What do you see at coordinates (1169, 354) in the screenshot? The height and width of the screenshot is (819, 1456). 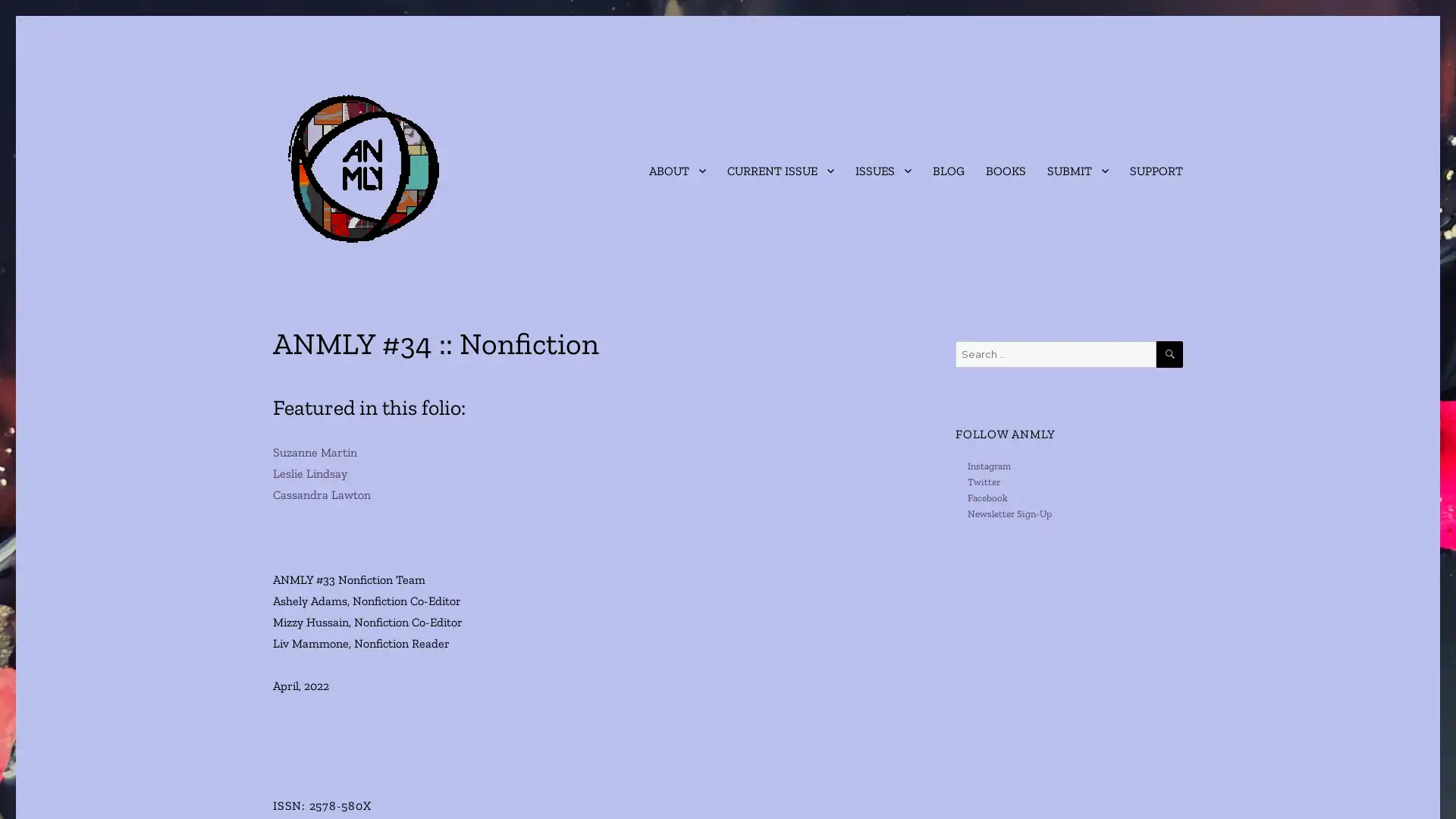 I see `SEARCH` at bounding box center [1169, 354].